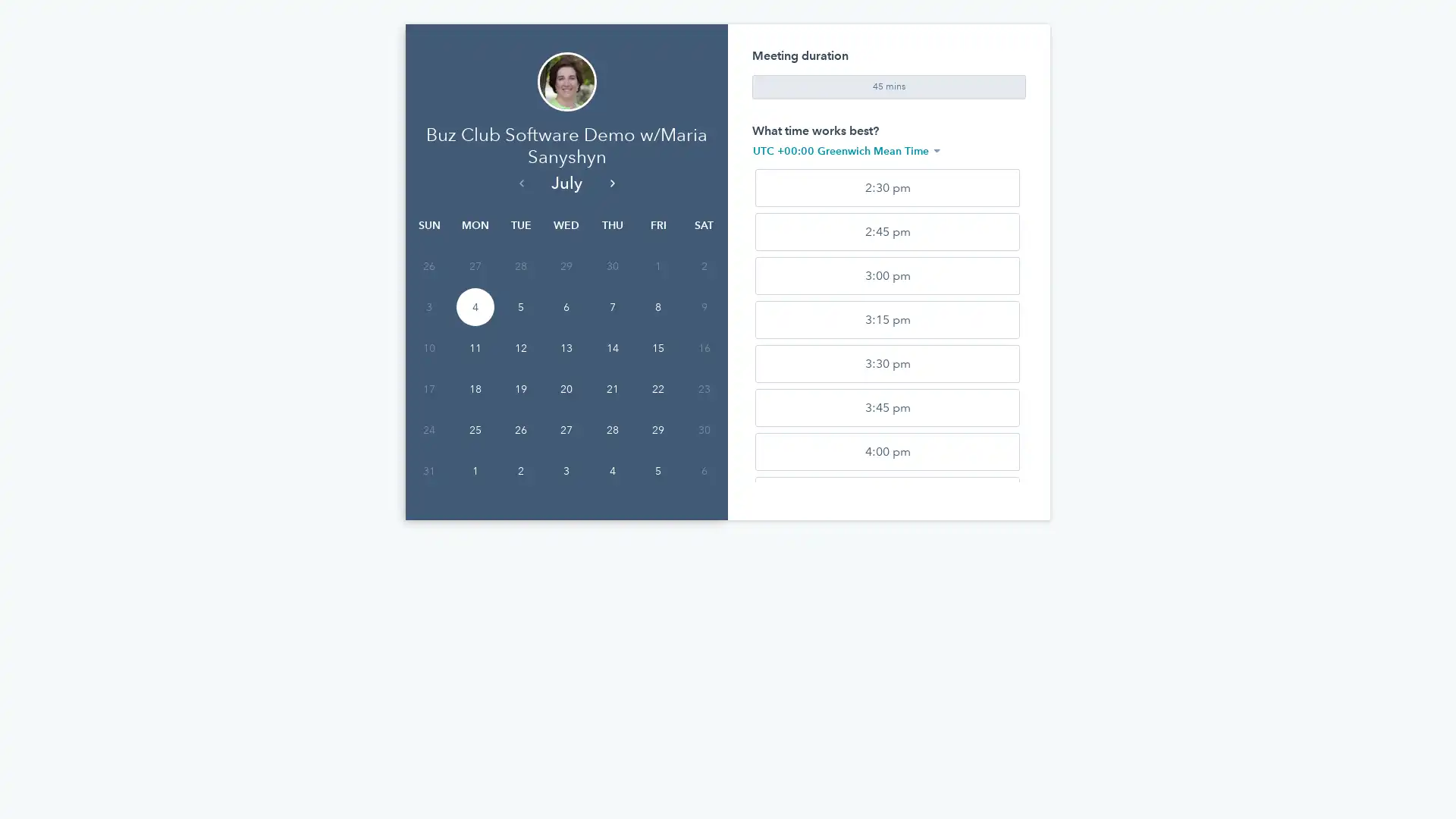 The width and height of the screenshot is (1456, 819). I want to click on View June, so click(520, 239).